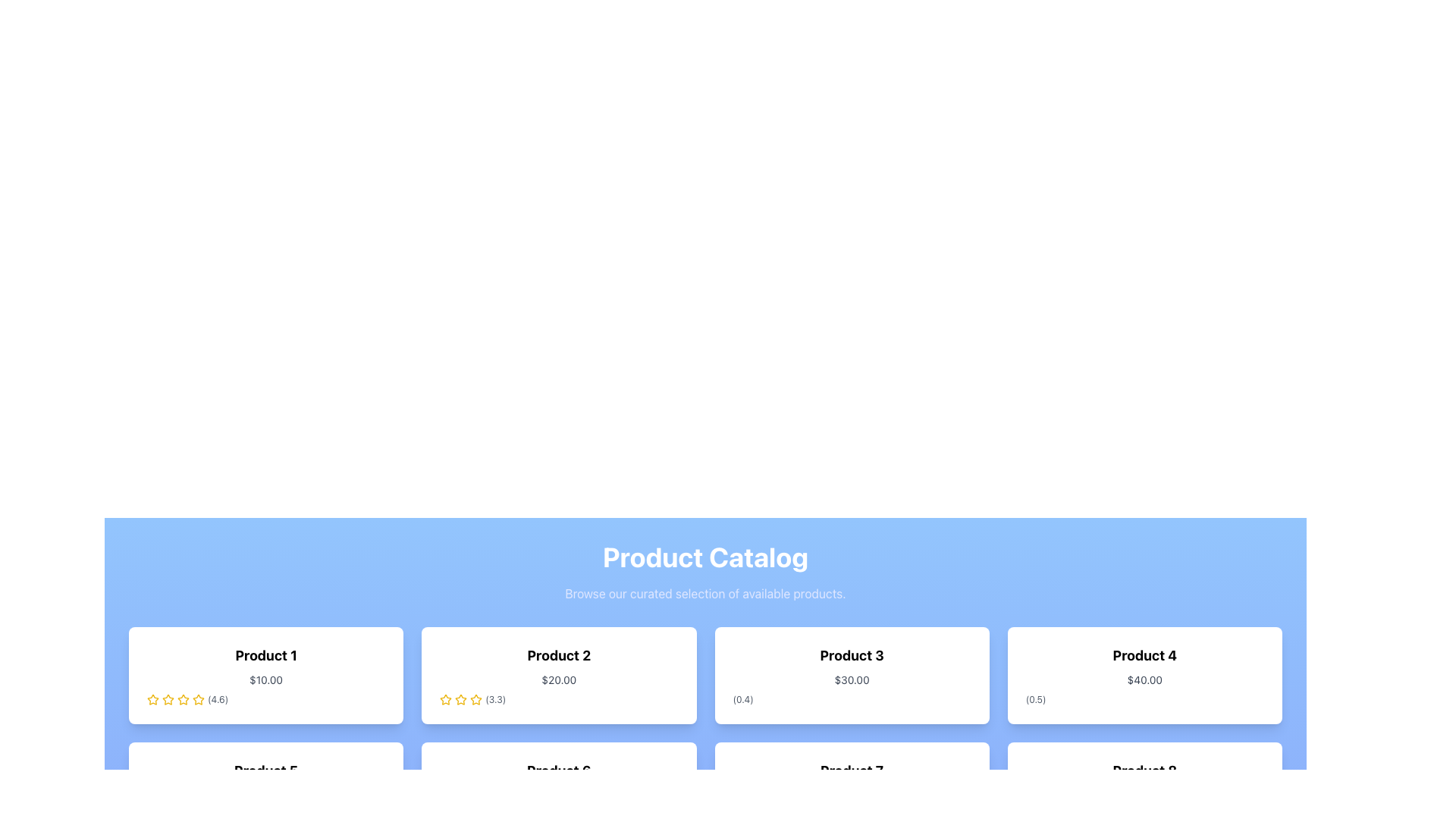  What do you see at coordinates (1144, 679) in the screenshot?
I see `the text label that indicates the price of 'Product 4', which is located below the title and above the rating information` at bounding box center [1144, 679].